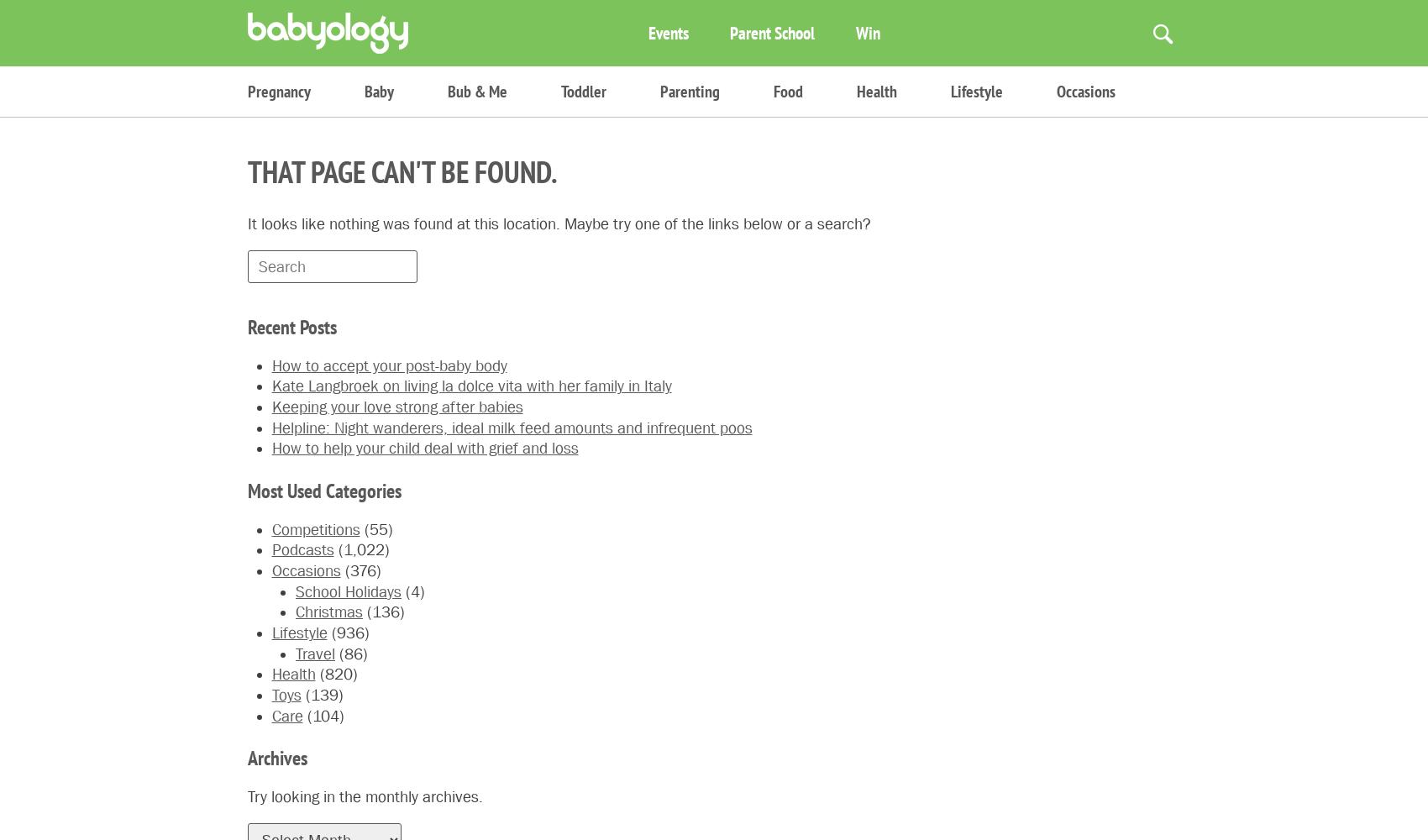 This screenshot has width=1428, height=840. I want to click on 'Events', so click(667, 32).